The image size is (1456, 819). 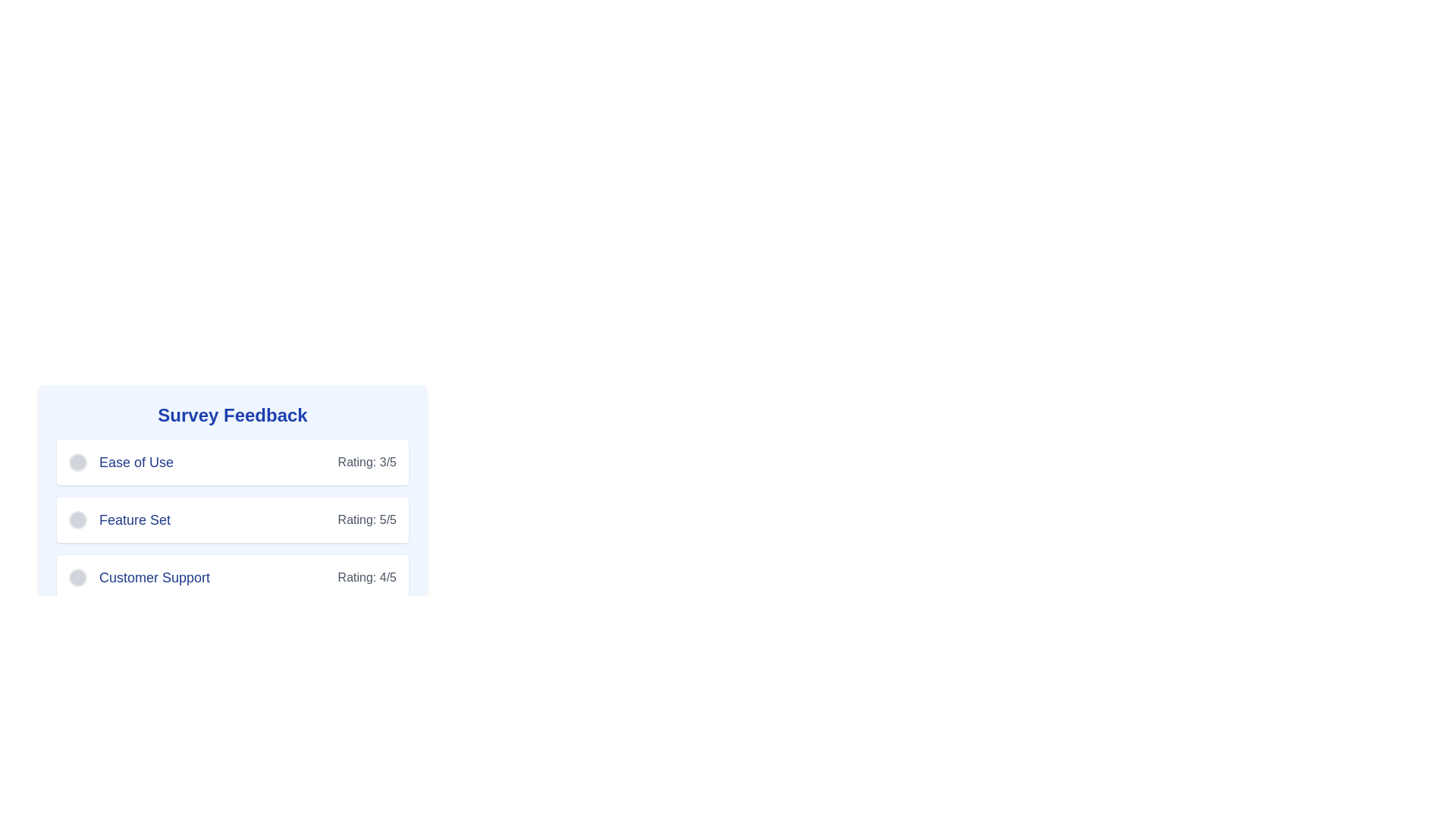 What do you see at coordinates (136, 461) in the screenshot?
I see `the descriptive Text Label in the survey feedback form that informs users about ease of use, positioned centrally between a gray circular icon and a numerical rating` at bounding box center [136, 461].